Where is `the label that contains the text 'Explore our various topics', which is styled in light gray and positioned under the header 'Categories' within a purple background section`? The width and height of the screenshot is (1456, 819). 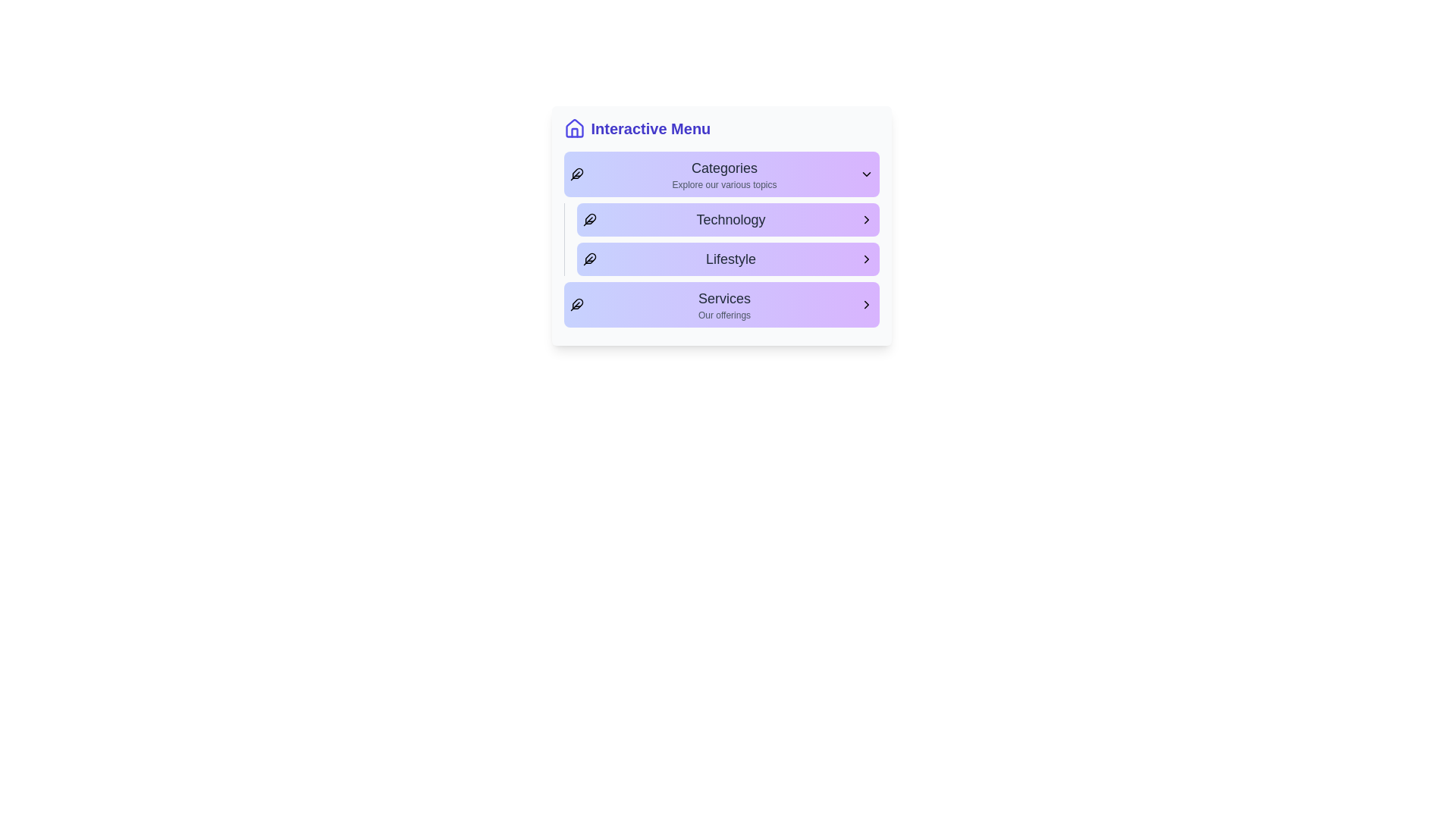 the label that contains the text 'Explore our various topics', which is styled in light gray and positioned under the header 'Categories' within a purple background section is located at coordinates (723, 184).